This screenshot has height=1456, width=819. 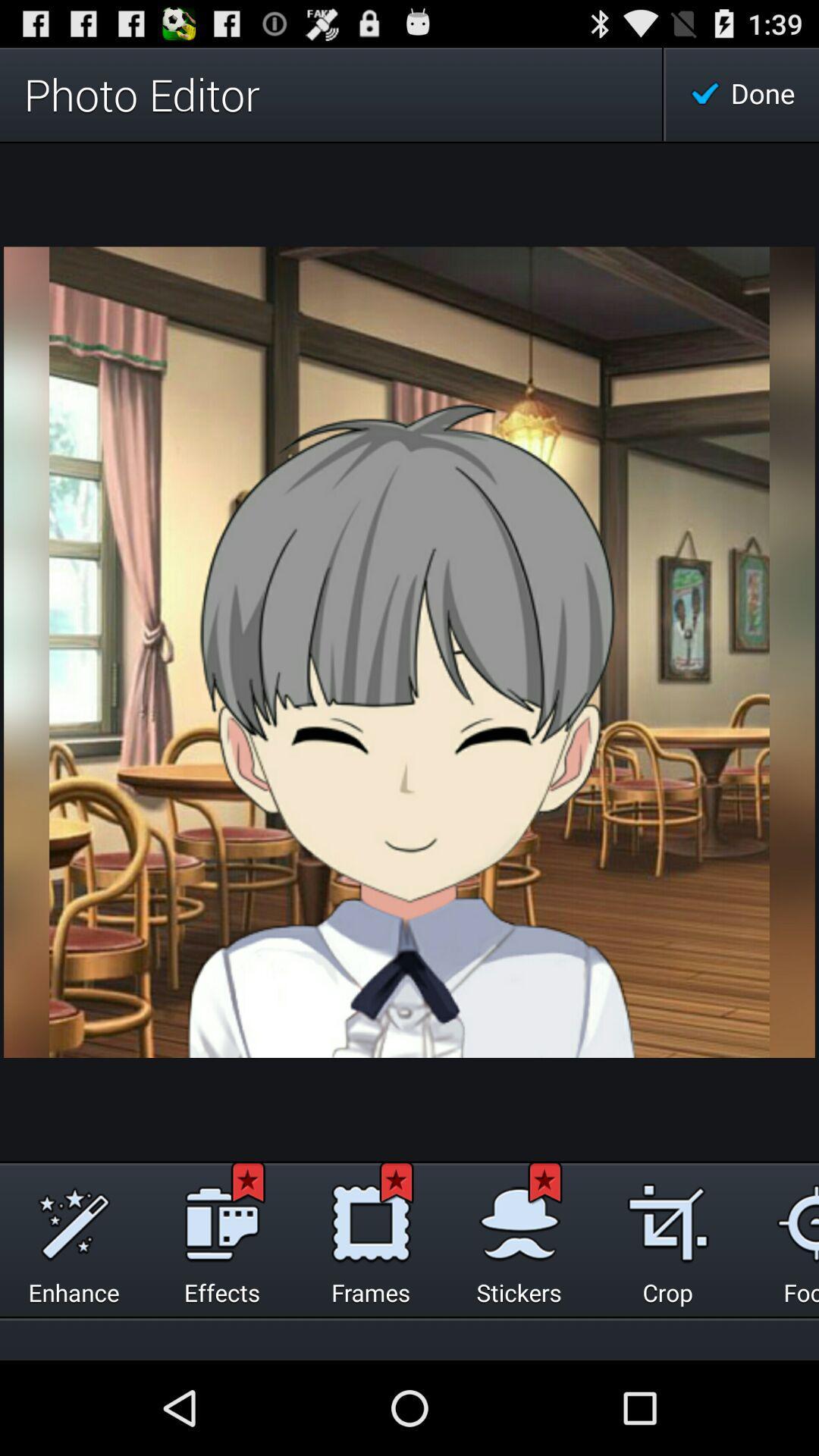 What do you see at coordinates (74, 1219) in the screenshot?
I see `the icon above enhance` at bounding box center [74, 1219].